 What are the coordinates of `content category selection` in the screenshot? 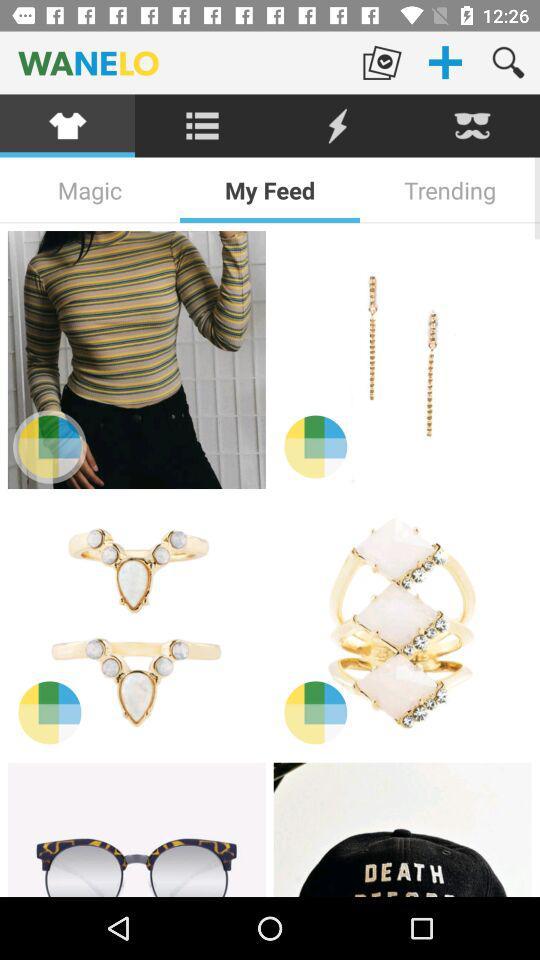 It's located at (67, 125).